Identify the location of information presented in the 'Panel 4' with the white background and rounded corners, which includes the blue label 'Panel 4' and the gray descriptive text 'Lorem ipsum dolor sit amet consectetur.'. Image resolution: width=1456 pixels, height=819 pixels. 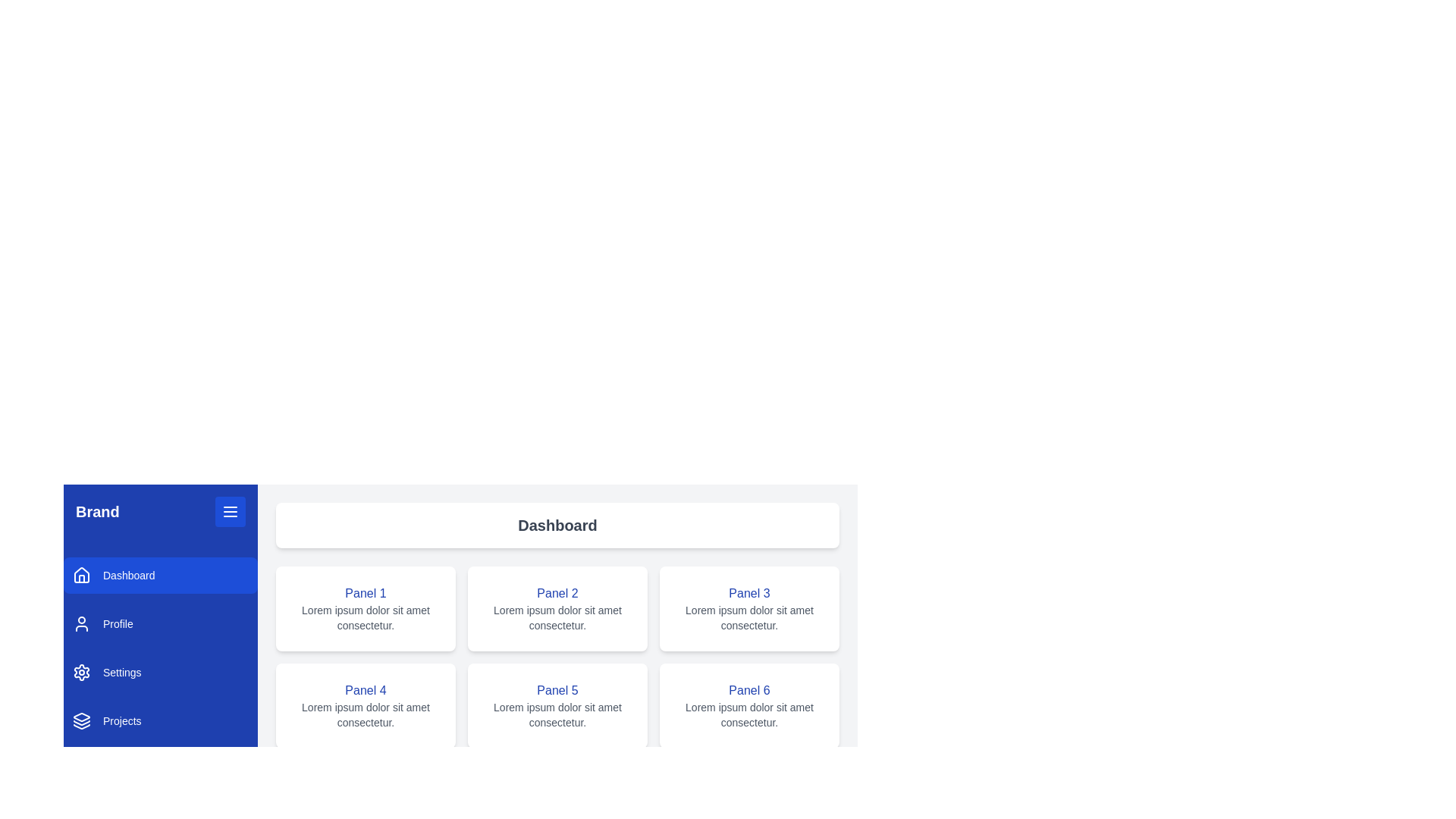
(366, 705).